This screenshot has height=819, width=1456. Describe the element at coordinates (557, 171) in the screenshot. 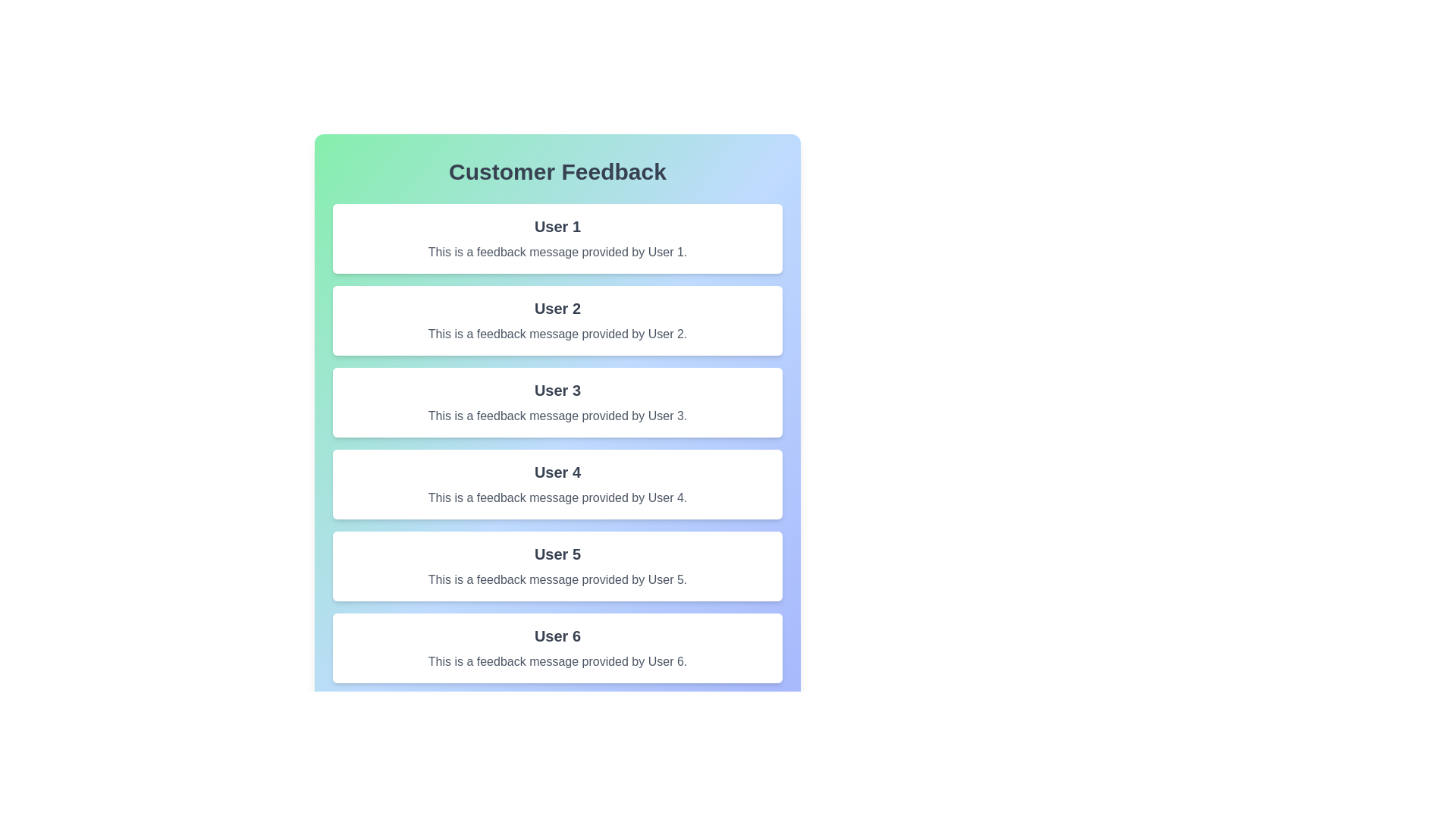

I see `the 'Customer Feedback' header text, which is prominently displayed in a large, bold dark gray font against a gradient background transitioning from green to blue` at that location.